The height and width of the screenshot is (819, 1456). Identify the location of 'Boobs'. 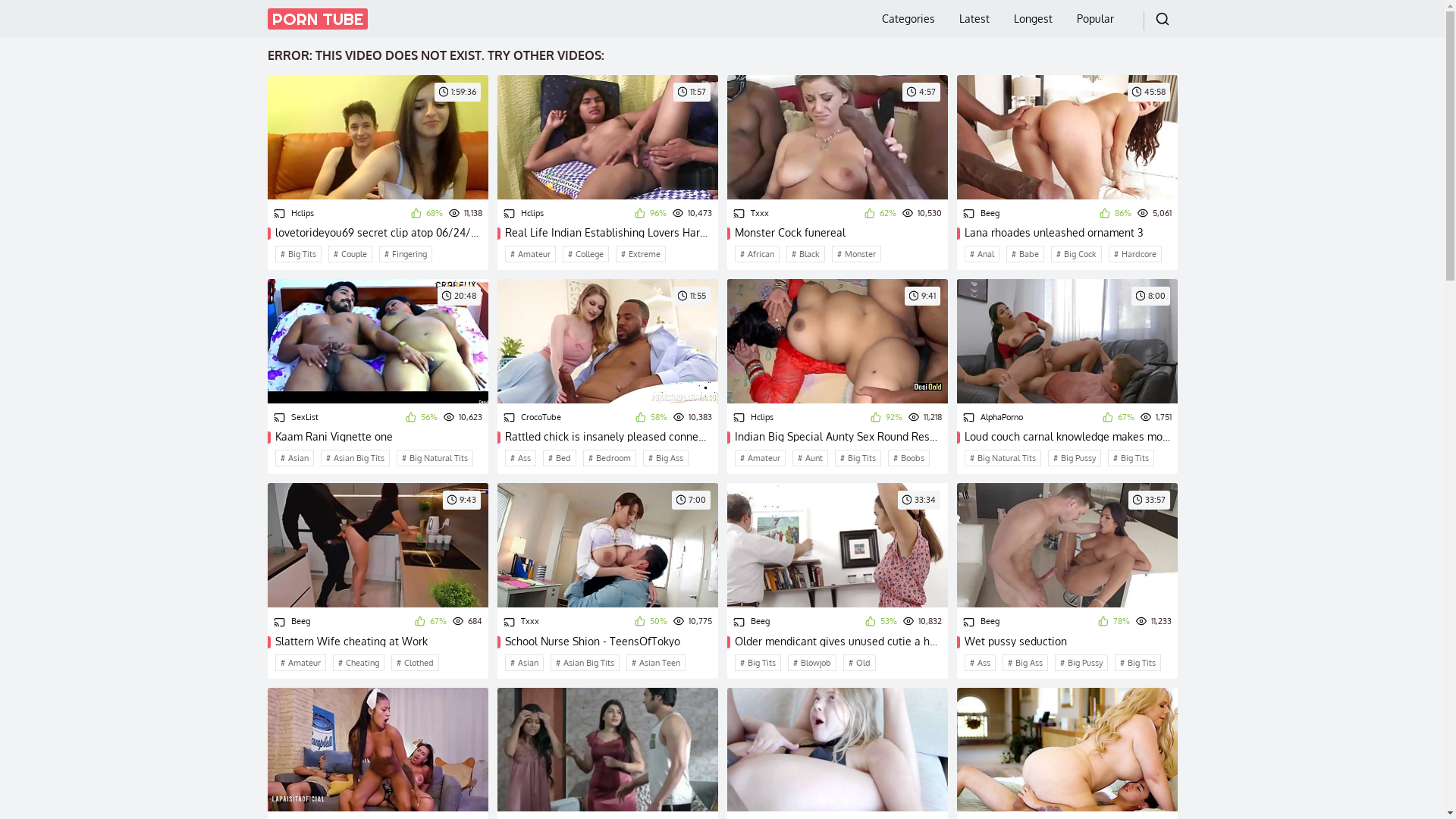
(908, 457).